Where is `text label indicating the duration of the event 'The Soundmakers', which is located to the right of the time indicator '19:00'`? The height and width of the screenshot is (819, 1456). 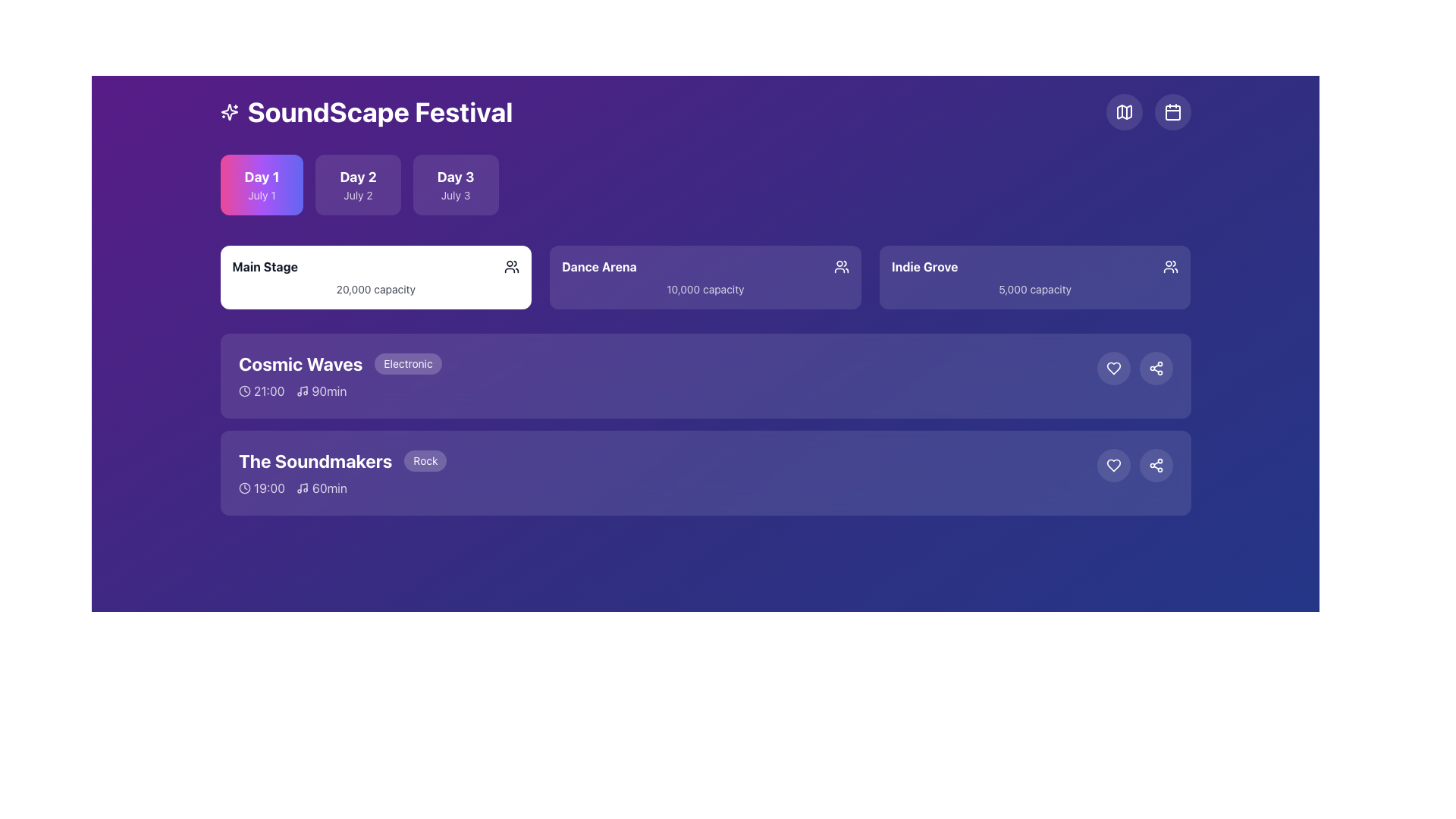
text label indicating the duration of the event 'The Soundmakers', which is located to the right of the time indicator '19:00' is located at coordinates (321, 488).